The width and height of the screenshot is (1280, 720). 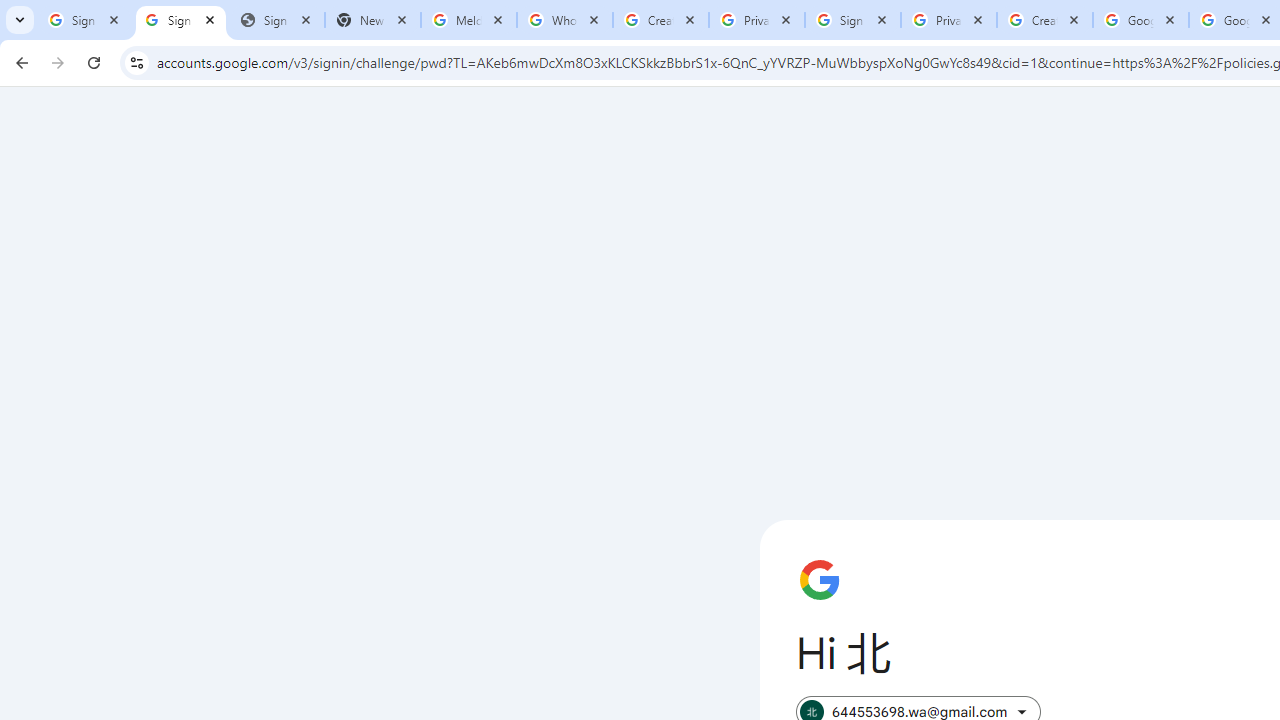 I want to click on 'Who is my administrator? - Google Account Help', so click(x=564, y=20).